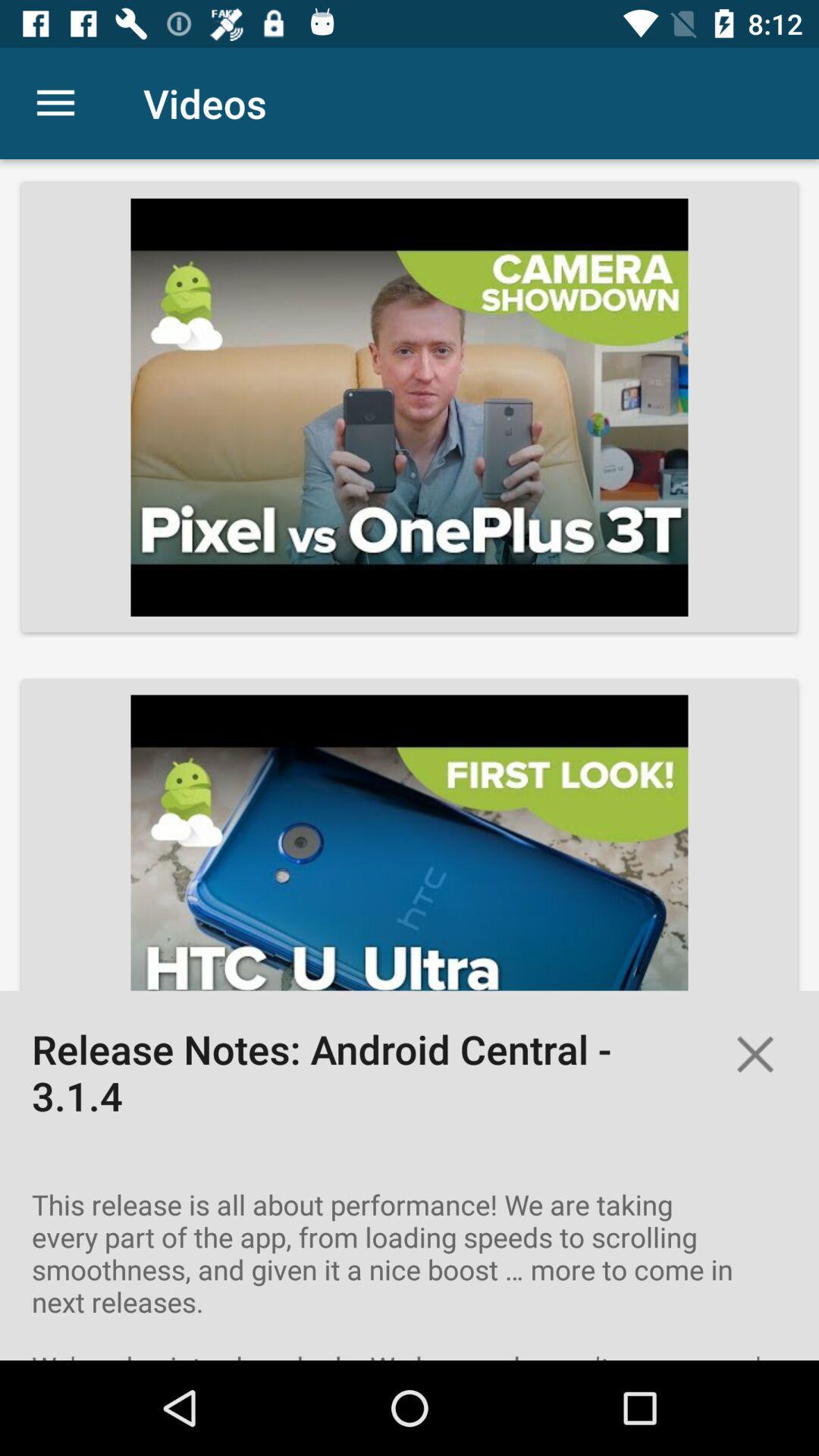 The image size is (819, 1456). What do you see at coordinates (755, 1053) in the screenshot?
I see `the close icon` at bounding box center [755, 1053].